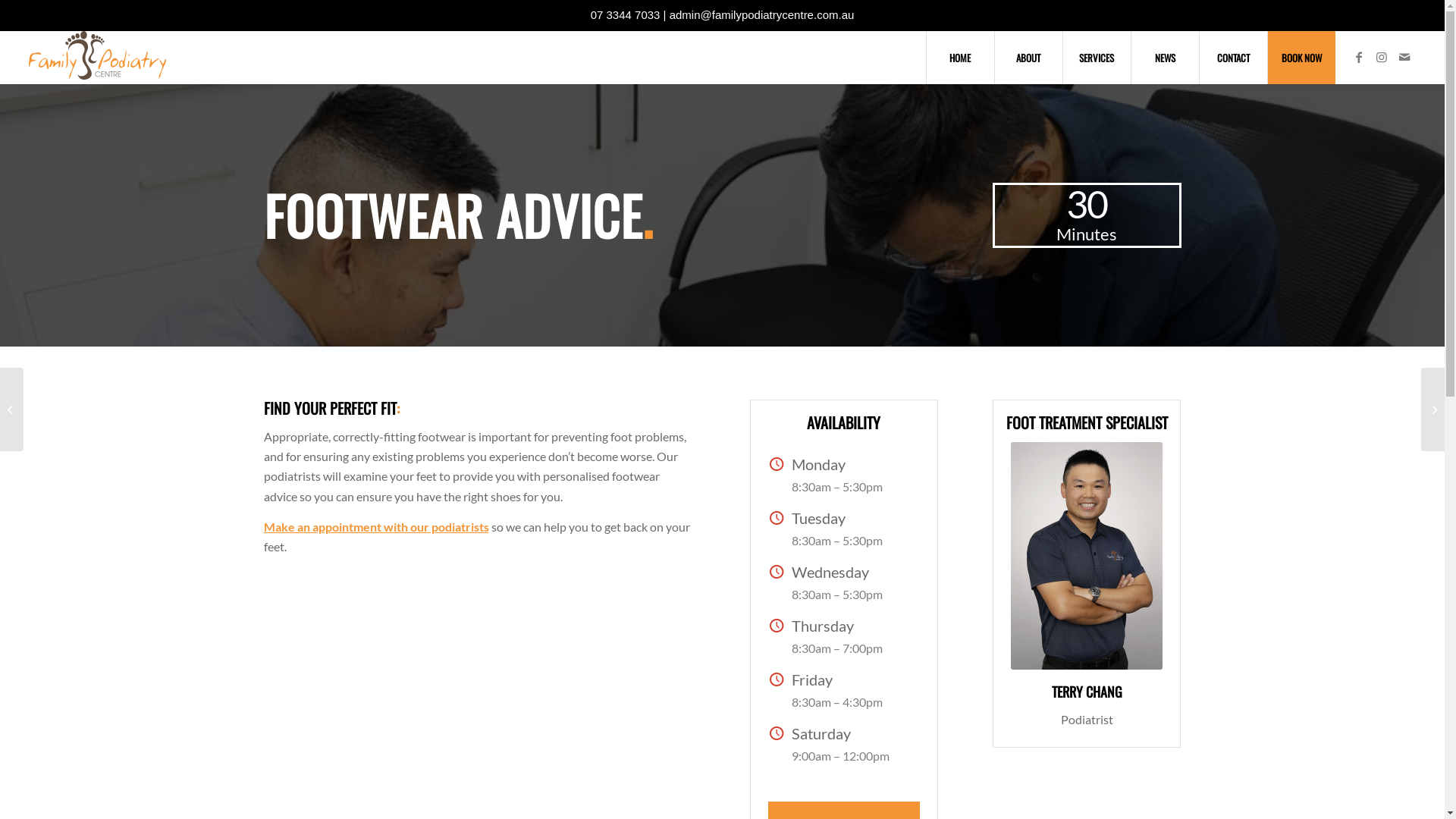 The height and width of the screenshot is (819, 1456). I want to click on 'ABOUT', so click(1028, 57).